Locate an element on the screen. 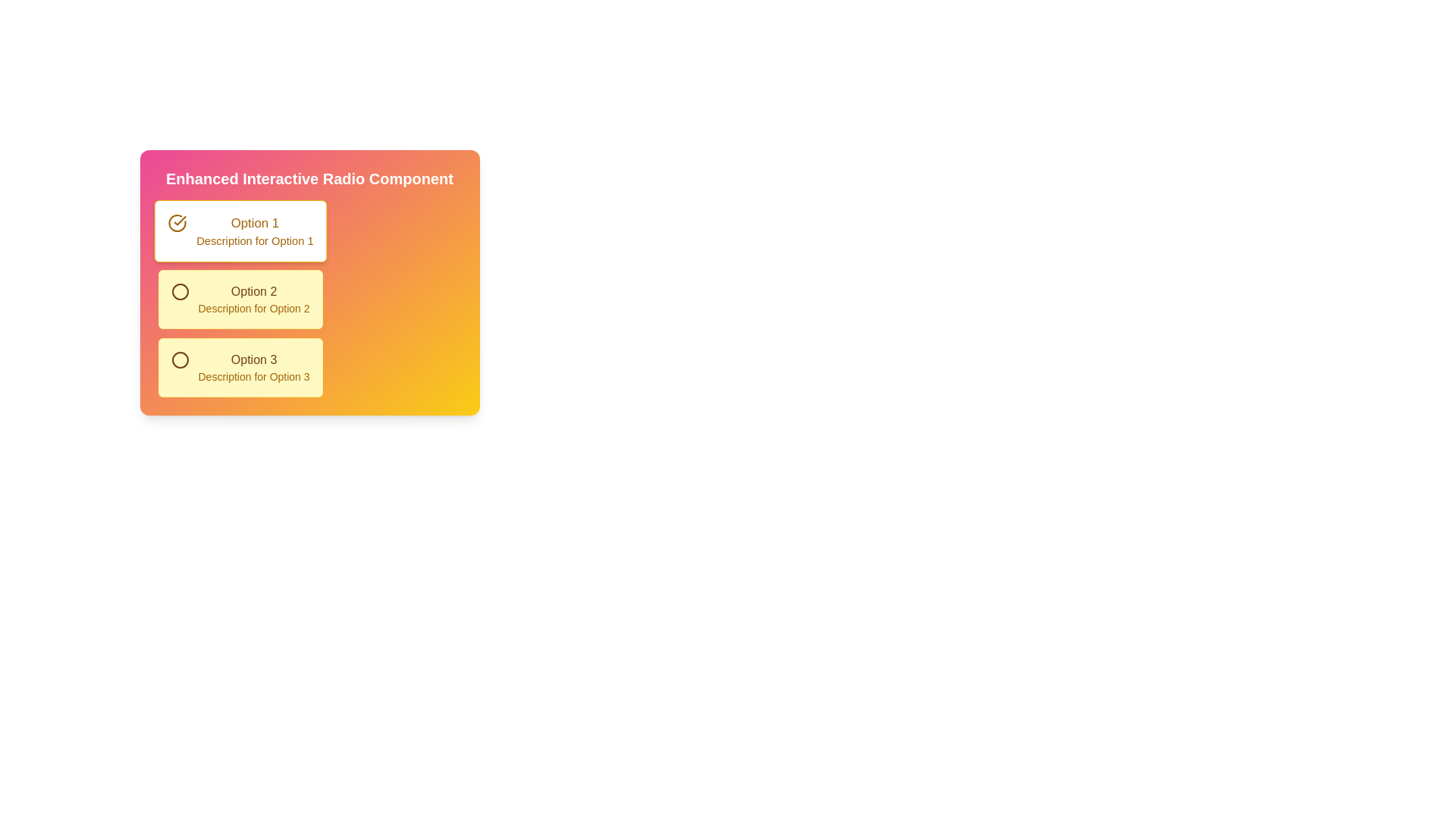 This screenshot has height=819, width=1456. the text display representing the title and description of the second selectable option in the radio button list, located between 'Option 1' and 'Option 3' is located at coordinates (254, 299).